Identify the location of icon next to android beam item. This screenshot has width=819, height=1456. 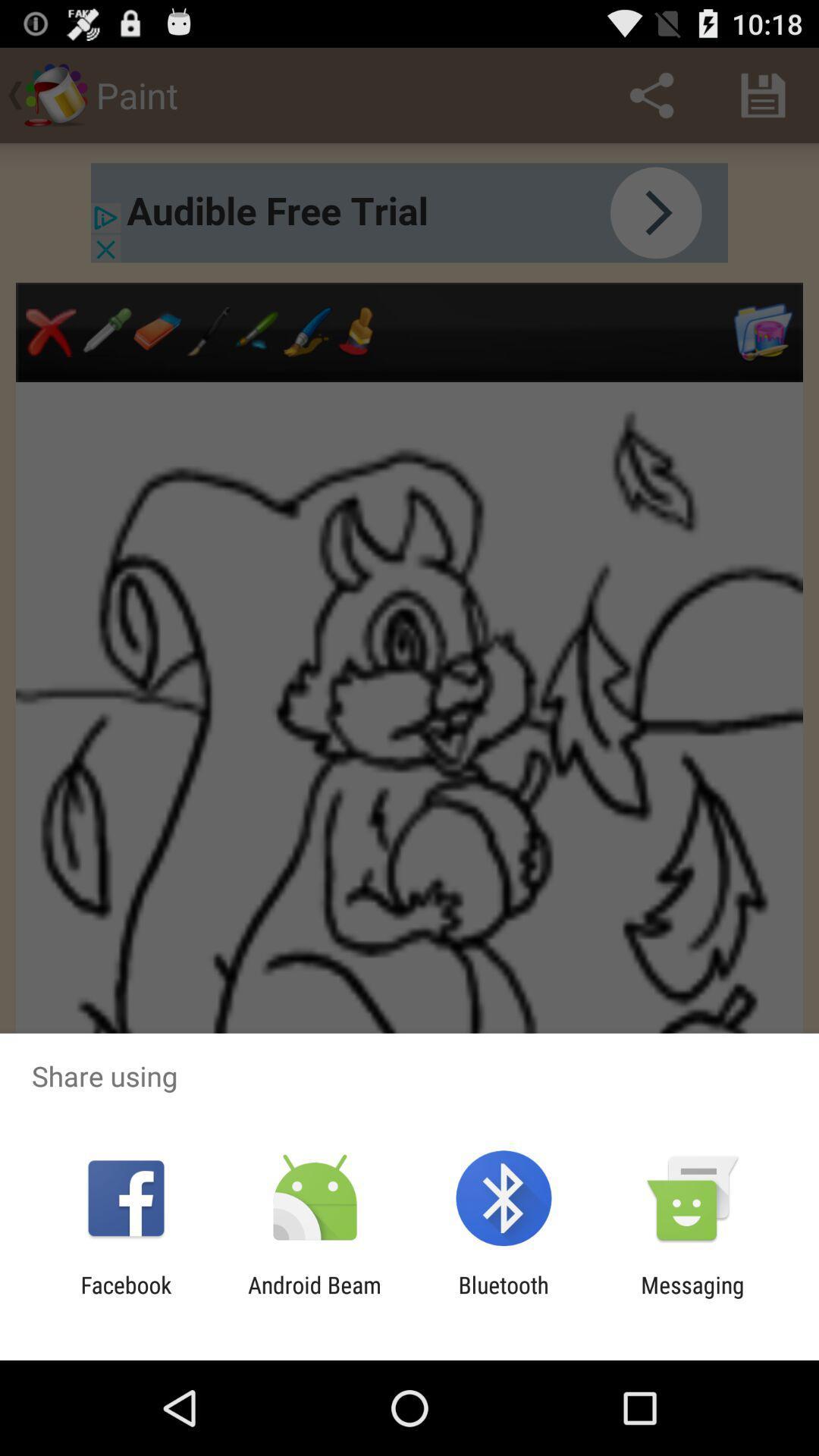
(125, 1298).